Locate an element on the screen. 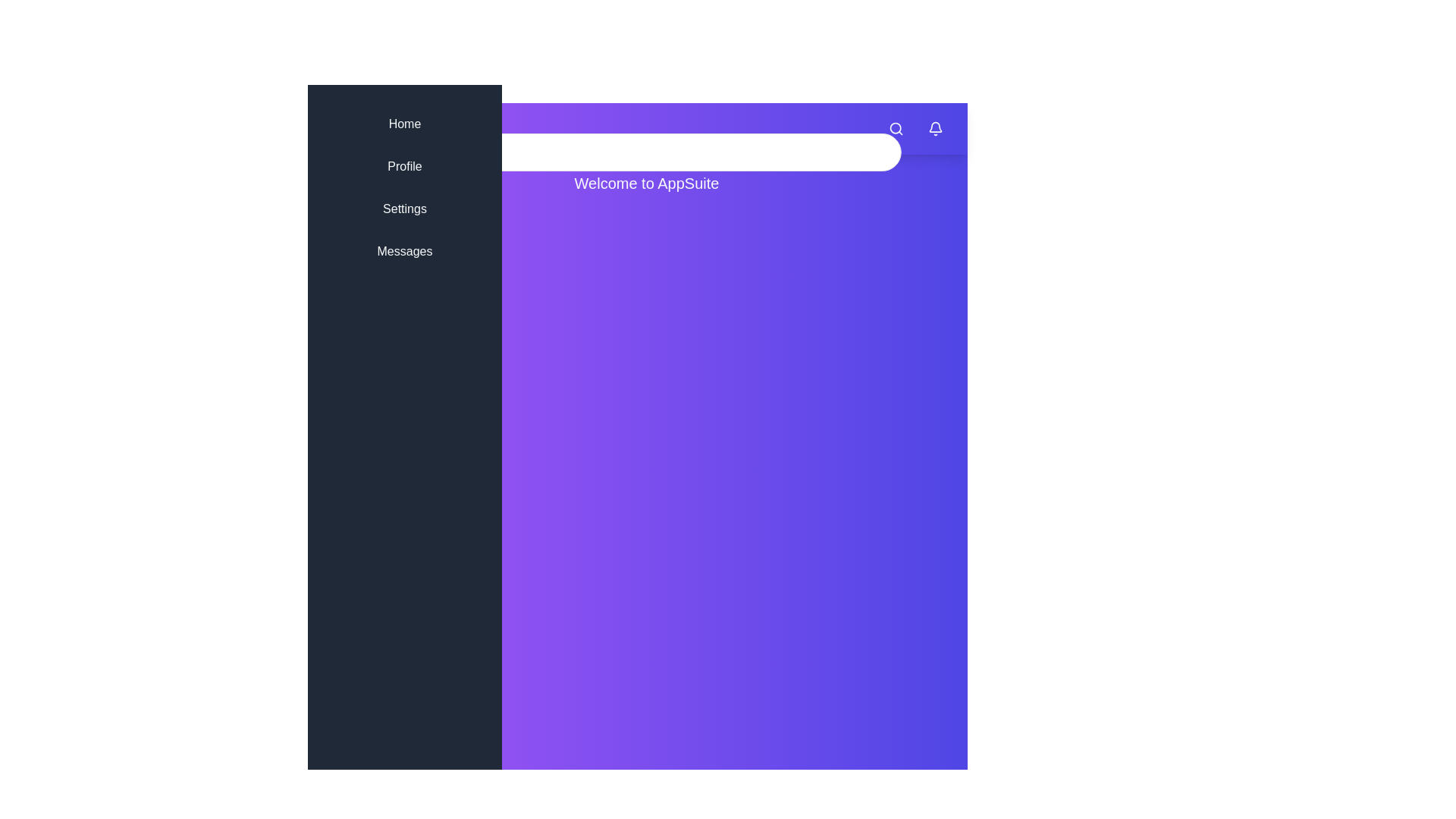 The image size is (1456, 819). the search input field to focus it is located at coordinates (647, 152).